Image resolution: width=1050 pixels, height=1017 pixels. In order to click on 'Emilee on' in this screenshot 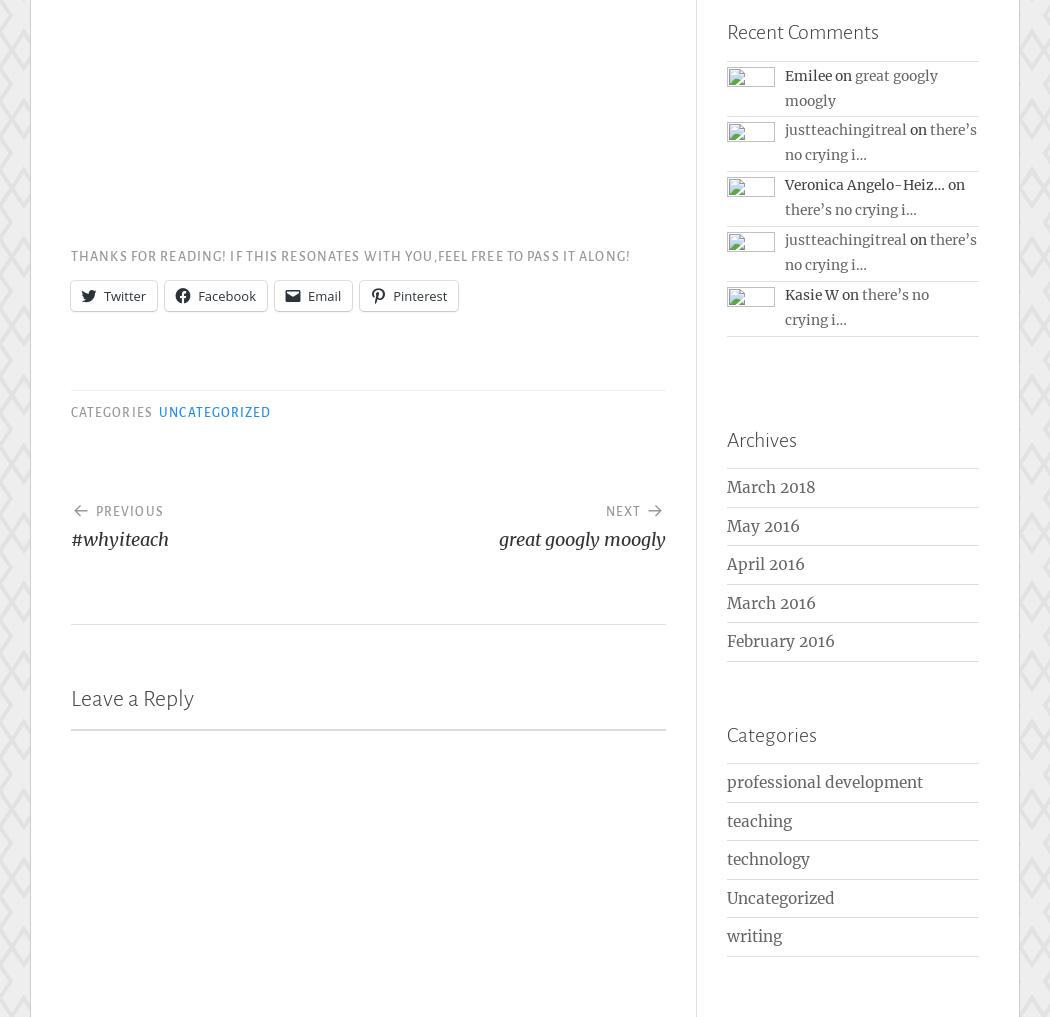, I will do `click(819, 74)`.